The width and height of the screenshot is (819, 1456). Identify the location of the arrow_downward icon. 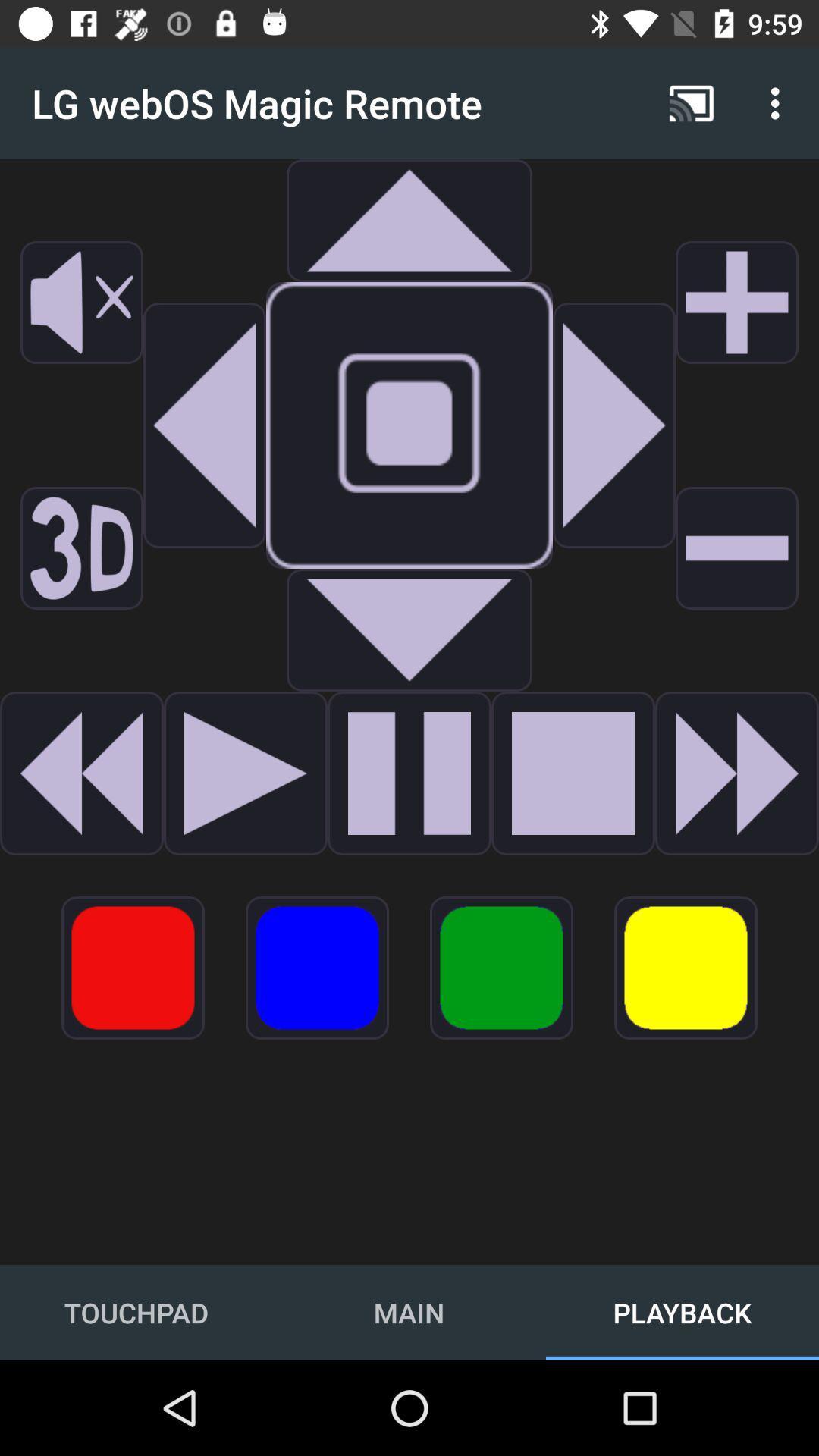
(409, 629).